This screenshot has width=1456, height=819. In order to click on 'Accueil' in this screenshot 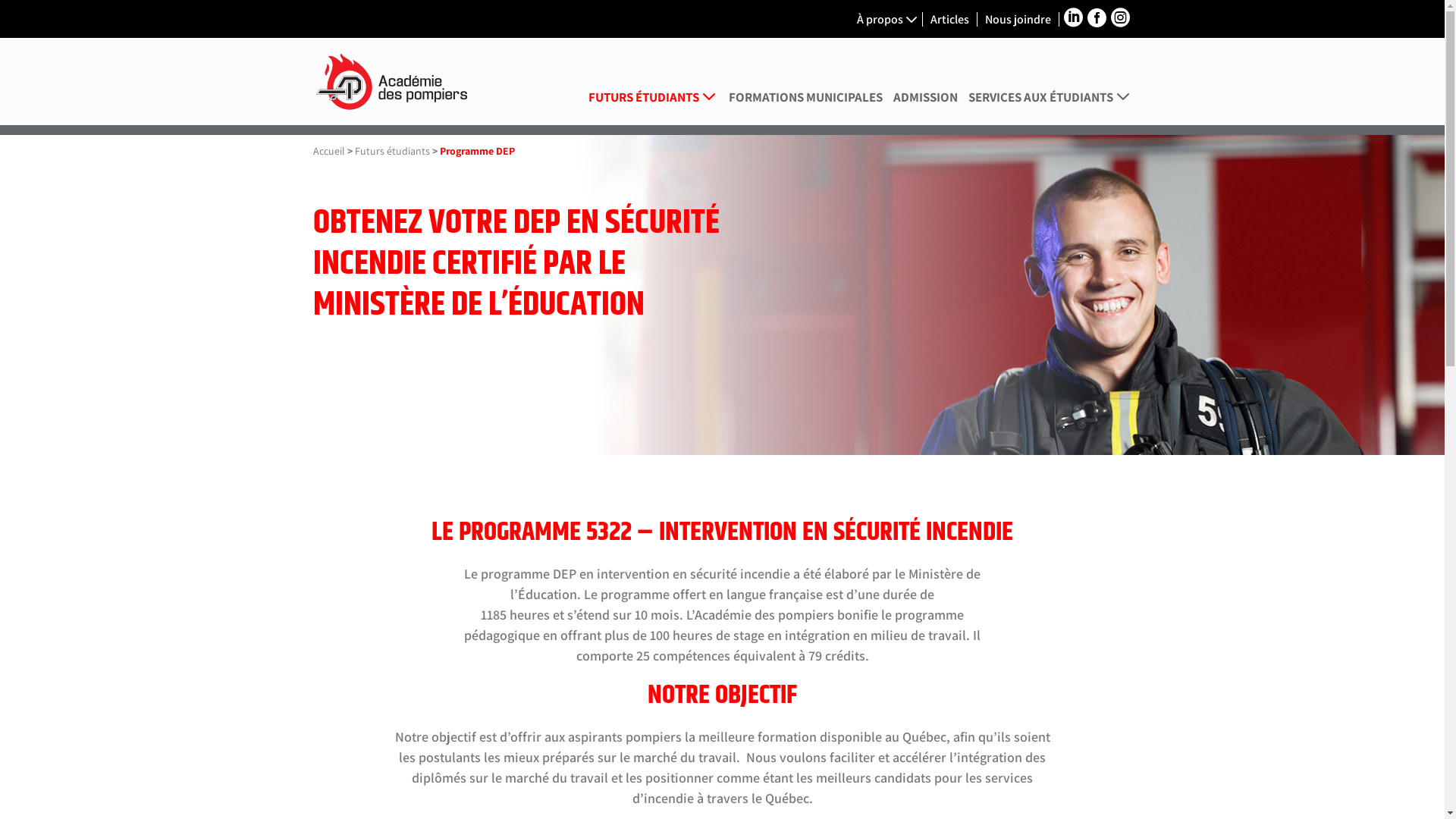, I will do `click(312, 151)`.